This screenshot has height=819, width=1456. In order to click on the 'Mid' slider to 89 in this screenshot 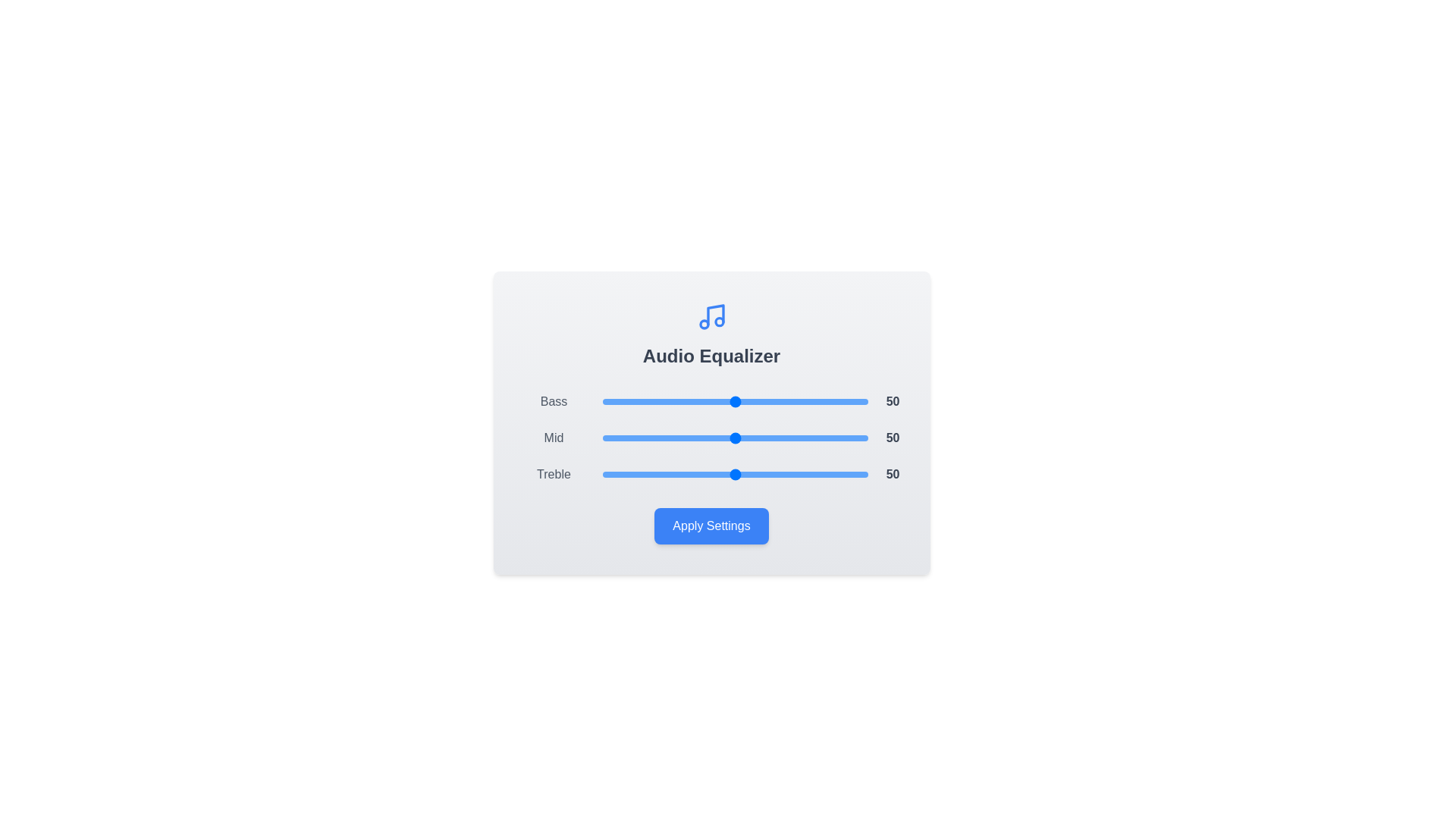, I will do `click(838, 438)`.